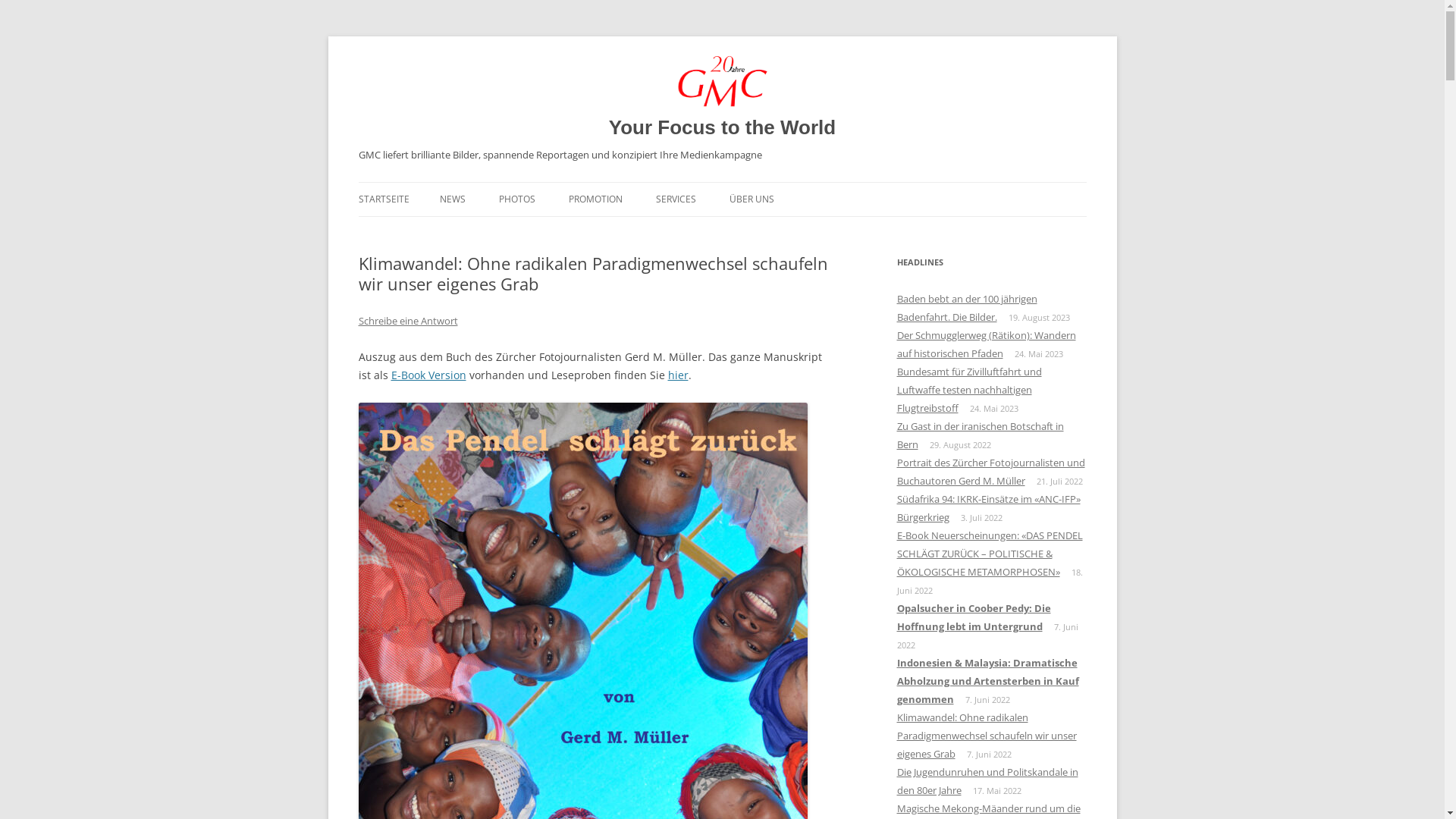  I want to click on 'SERVICES', so click(674, 198).